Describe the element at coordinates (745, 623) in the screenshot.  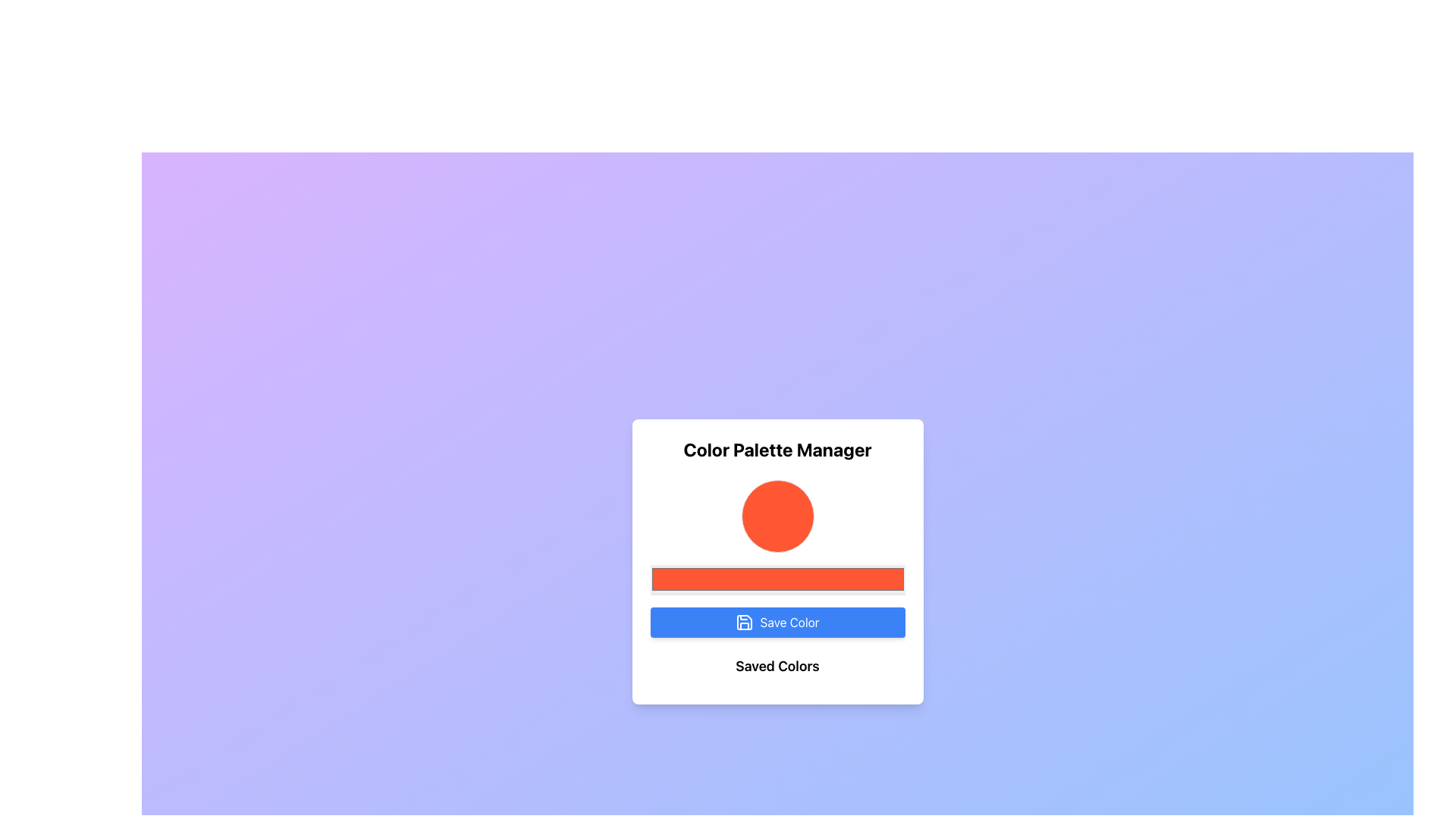
I see `the stylized save icon located within the blue 'Save Color' button to interact with it` at that location.